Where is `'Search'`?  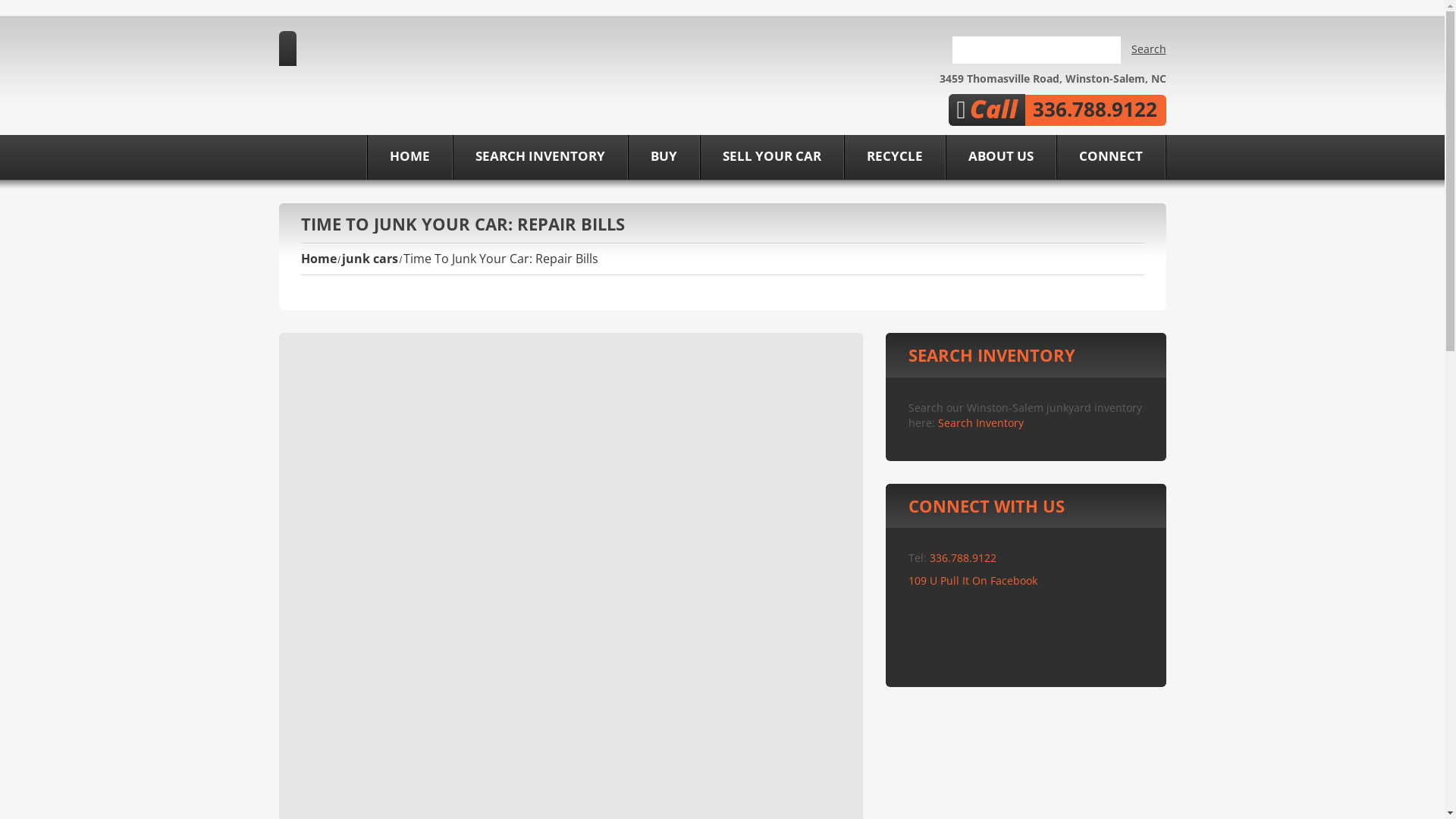
'Search' is located at coordinates (1131, 49).